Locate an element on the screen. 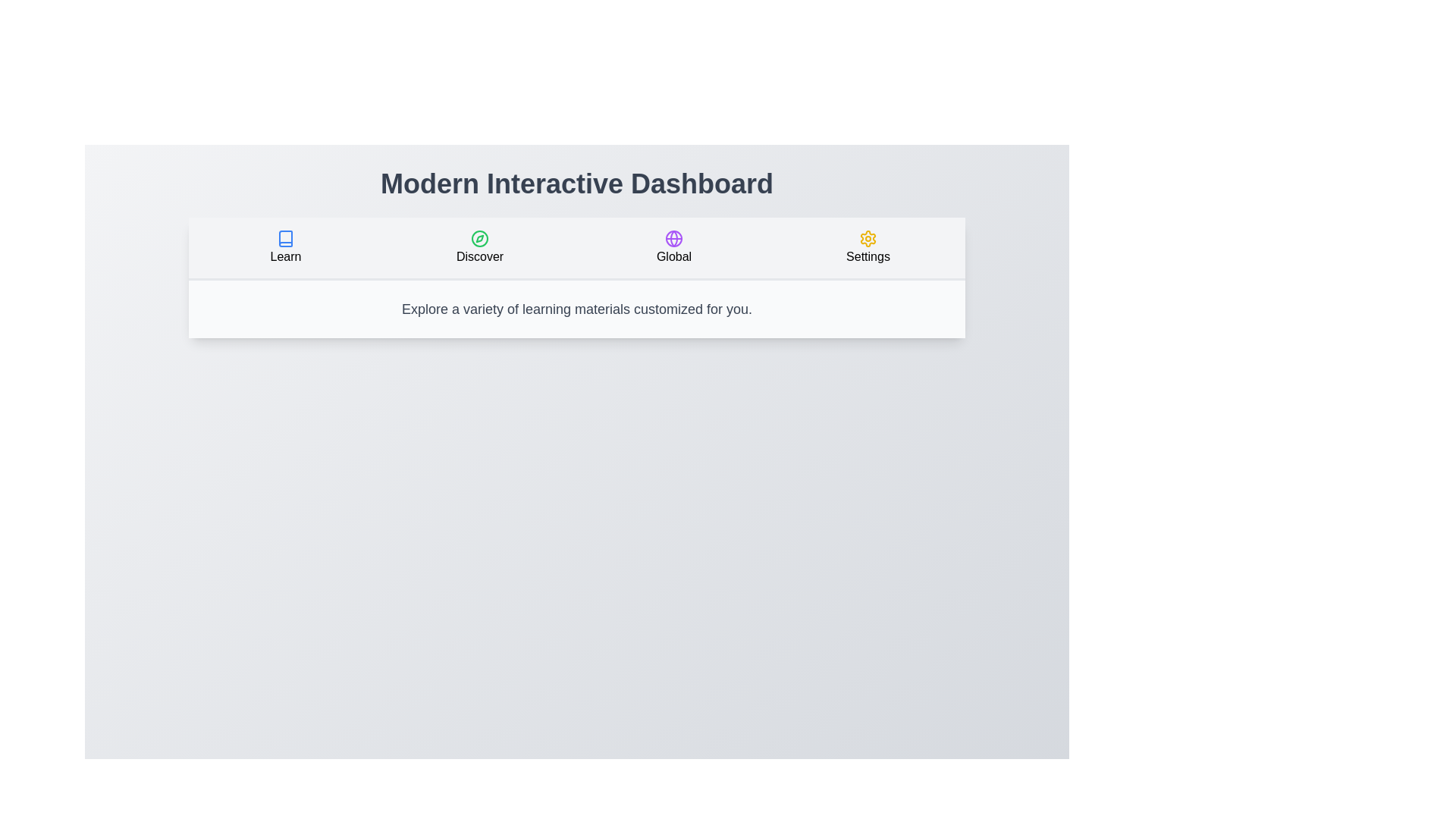 The width and height of the screenshot is (1456, 819). the Navigational Tab featuring a purple globe icon and the text 'Global' is located at coordinates (673, 247).